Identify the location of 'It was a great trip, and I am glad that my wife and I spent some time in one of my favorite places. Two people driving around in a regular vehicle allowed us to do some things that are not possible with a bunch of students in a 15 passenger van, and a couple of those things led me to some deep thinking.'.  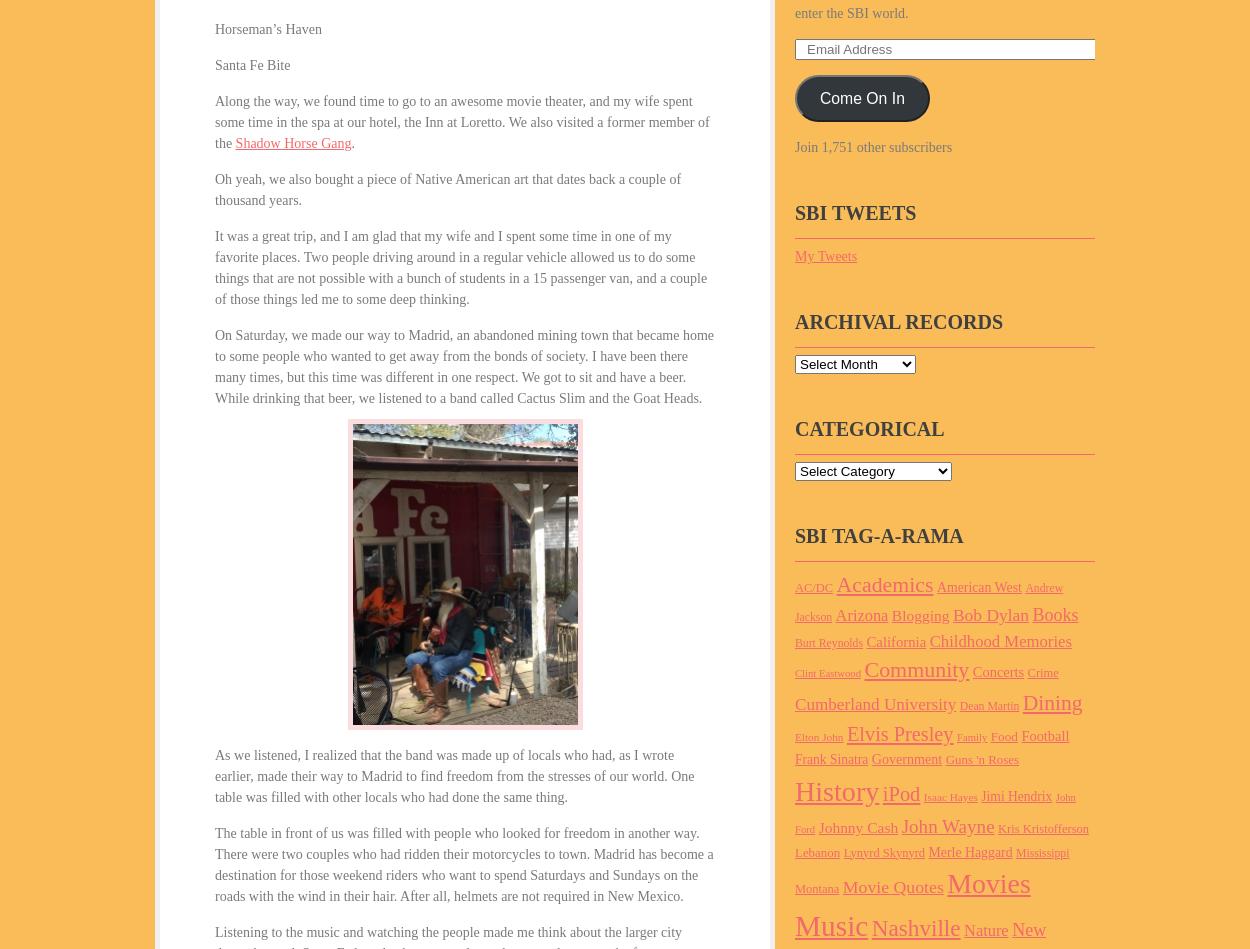
(460, 266).